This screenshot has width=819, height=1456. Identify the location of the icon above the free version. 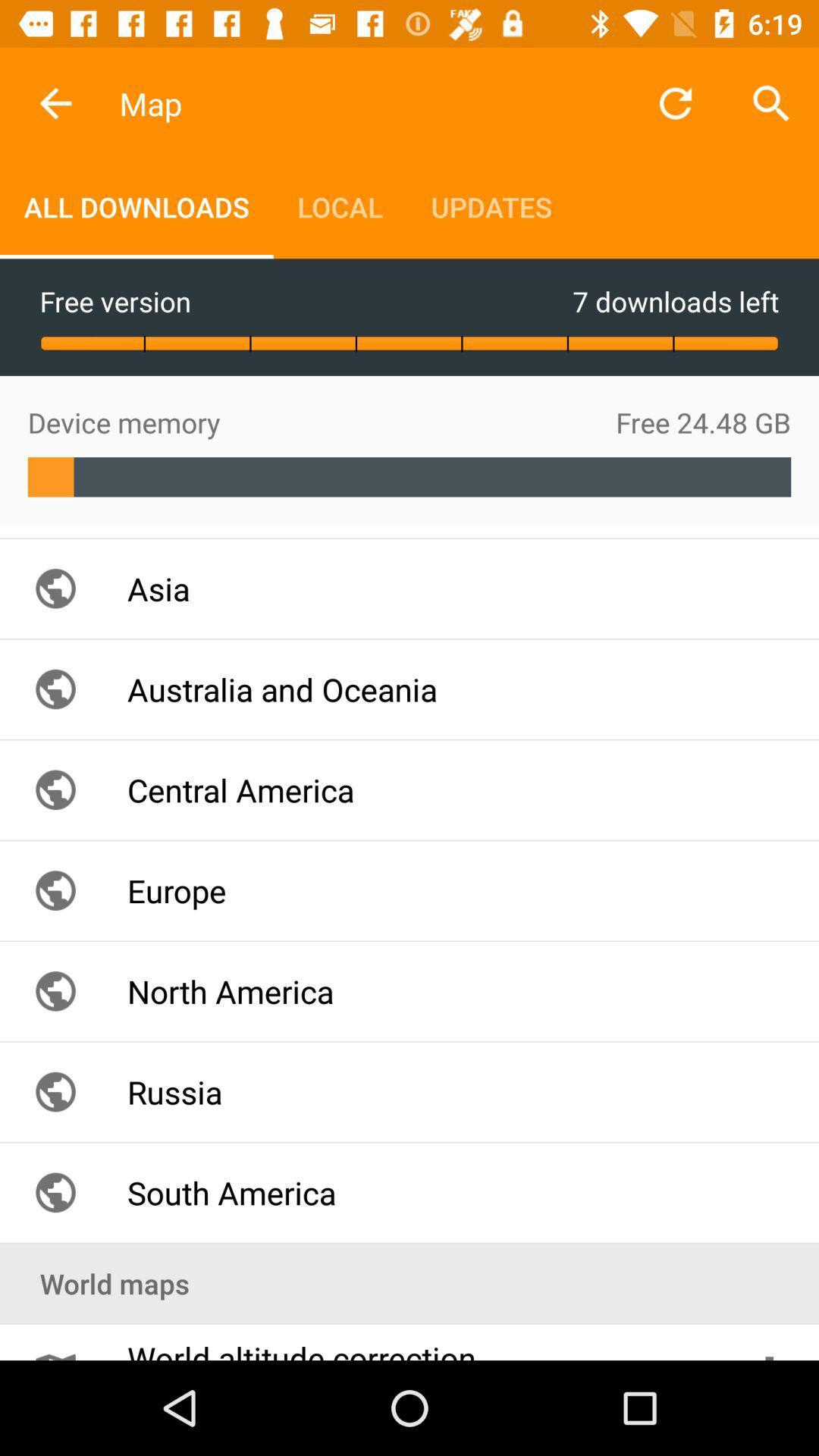
(136, 206).